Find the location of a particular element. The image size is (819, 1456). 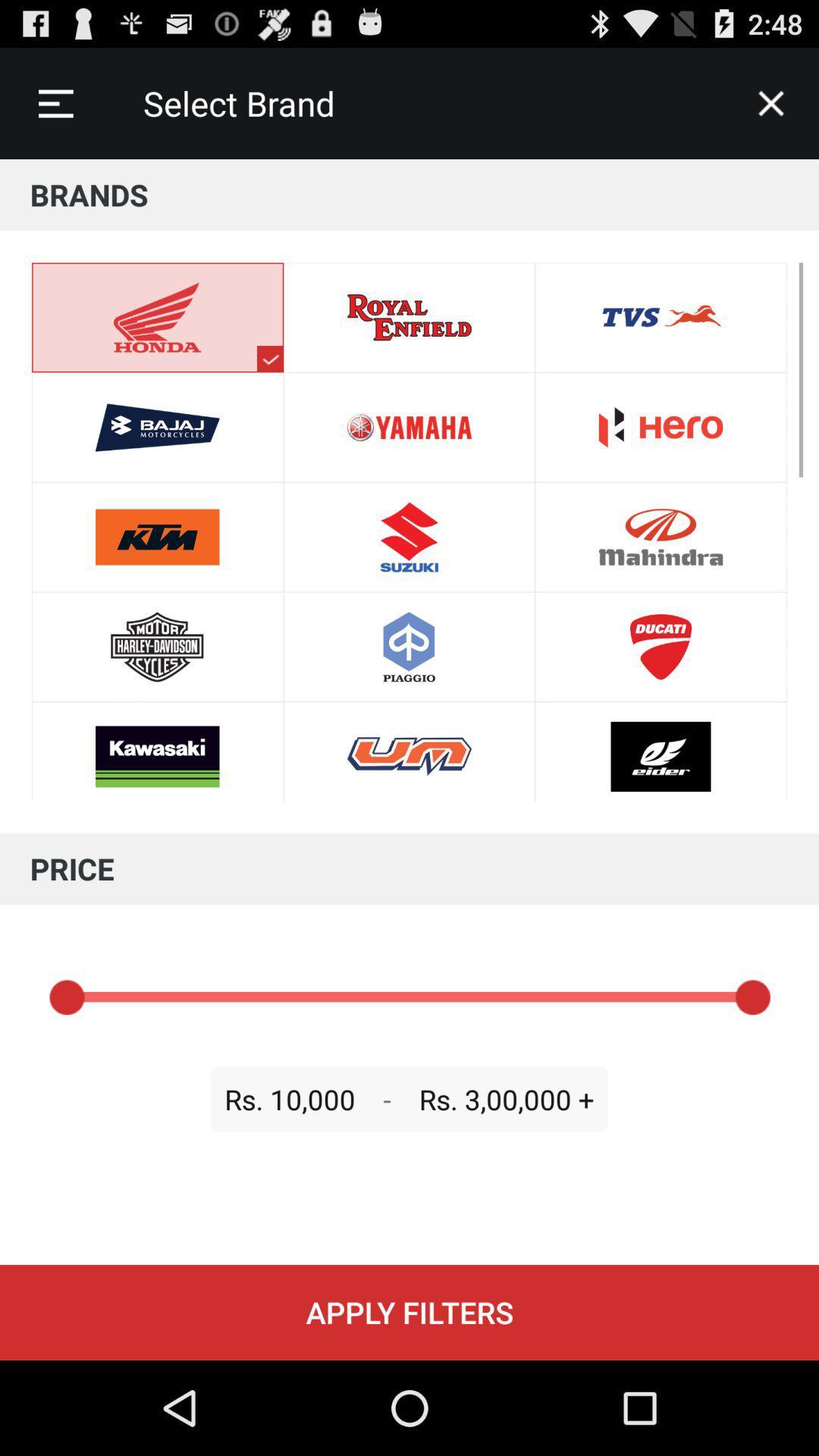

icon above the brands item is located at coordinates (55, 102).